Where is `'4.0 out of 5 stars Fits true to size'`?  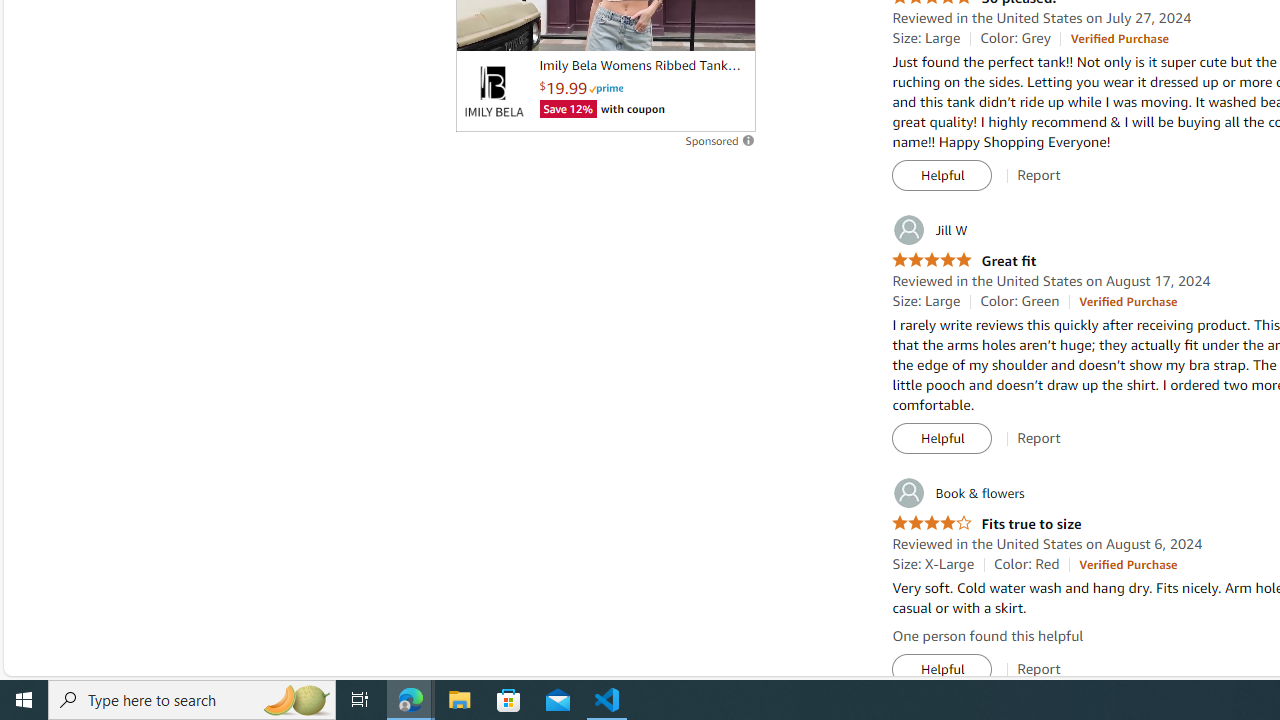 '4.0 out of 5 stars Fits true to size' is located at coordinates (986, 523).